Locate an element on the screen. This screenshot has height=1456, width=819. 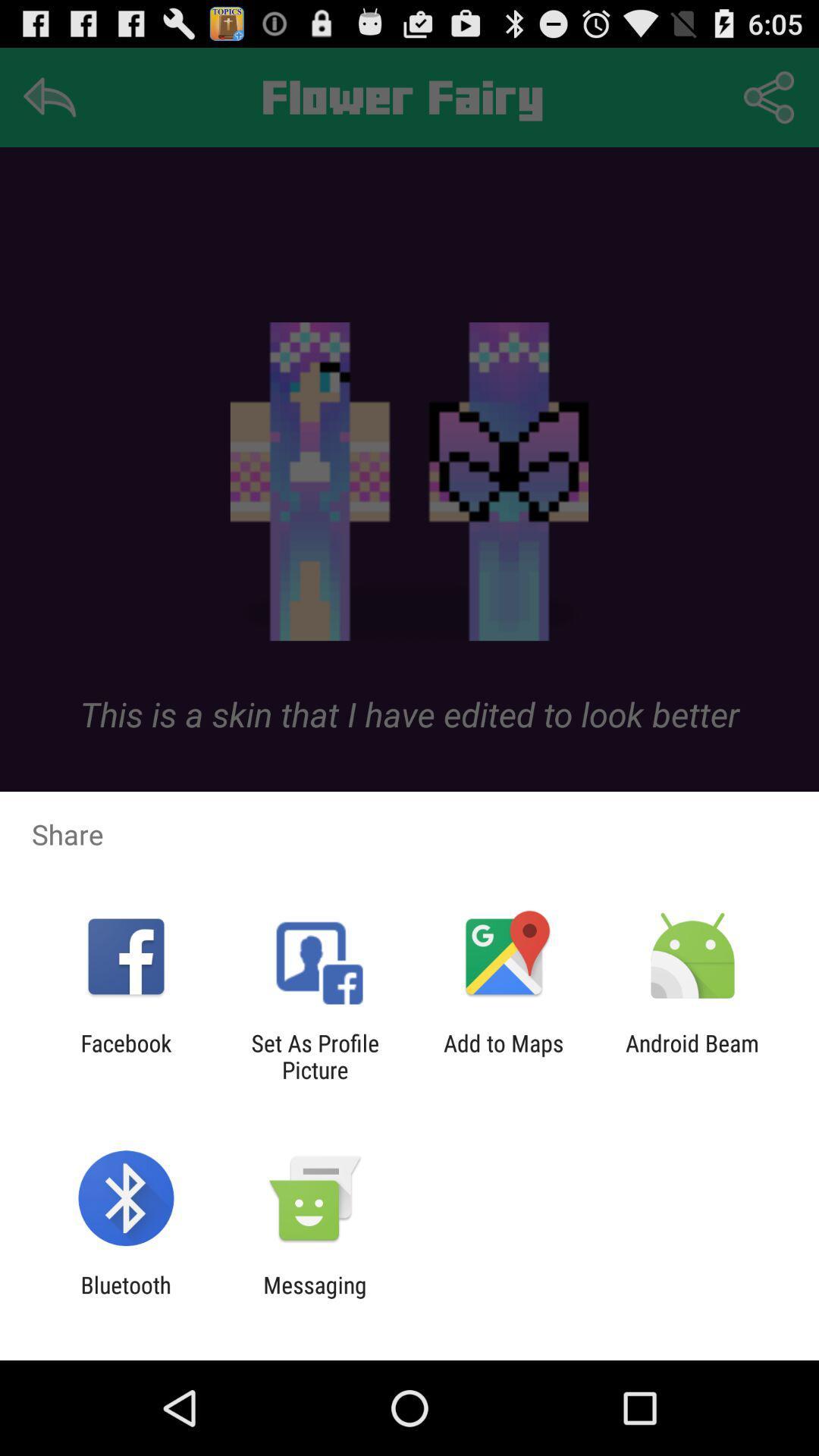
the bluetooth icon is located at coordinates (125, 1298).